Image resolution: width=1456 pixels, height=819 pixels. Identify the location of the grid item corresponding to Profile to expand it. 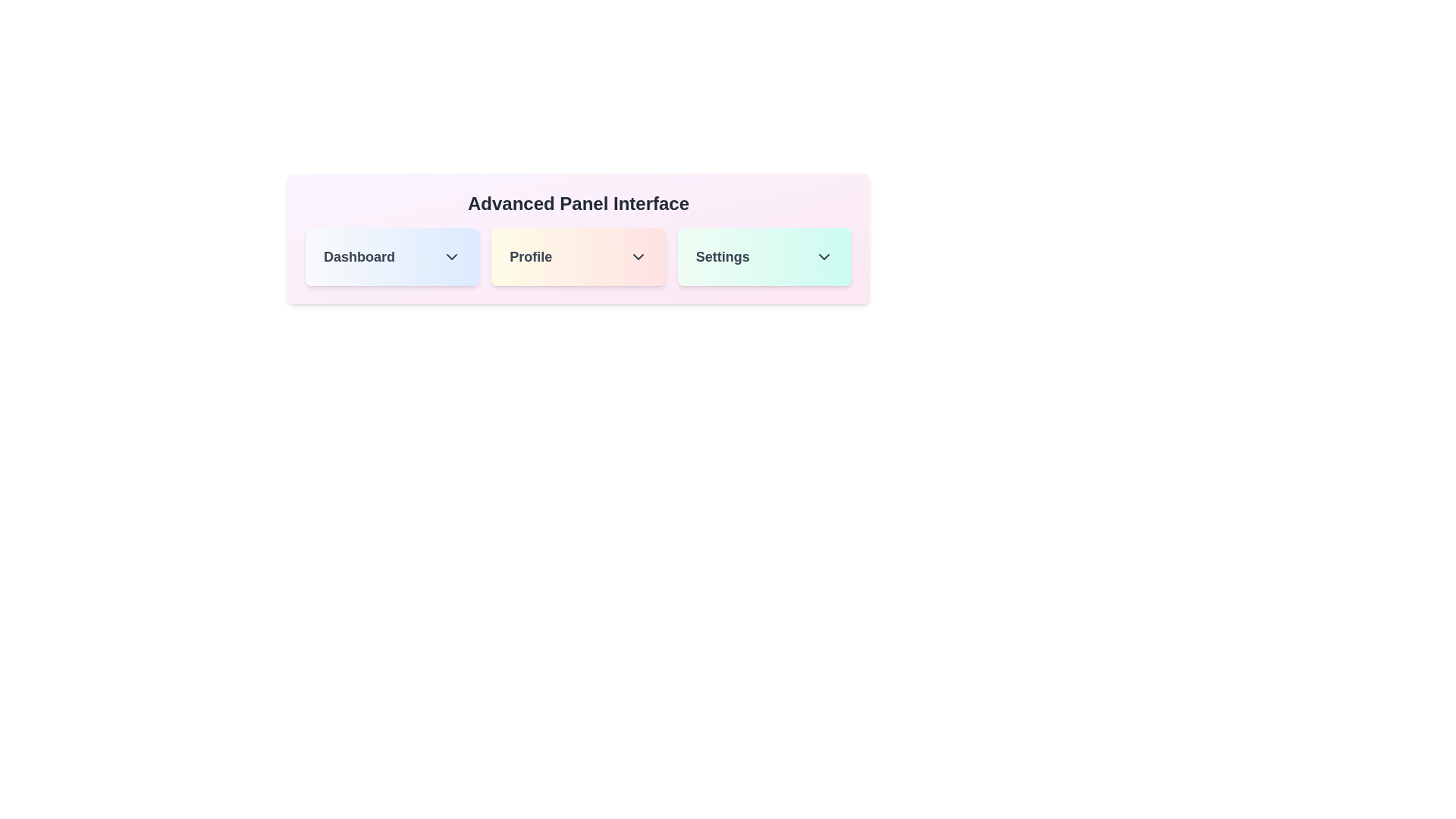
(578, 256).